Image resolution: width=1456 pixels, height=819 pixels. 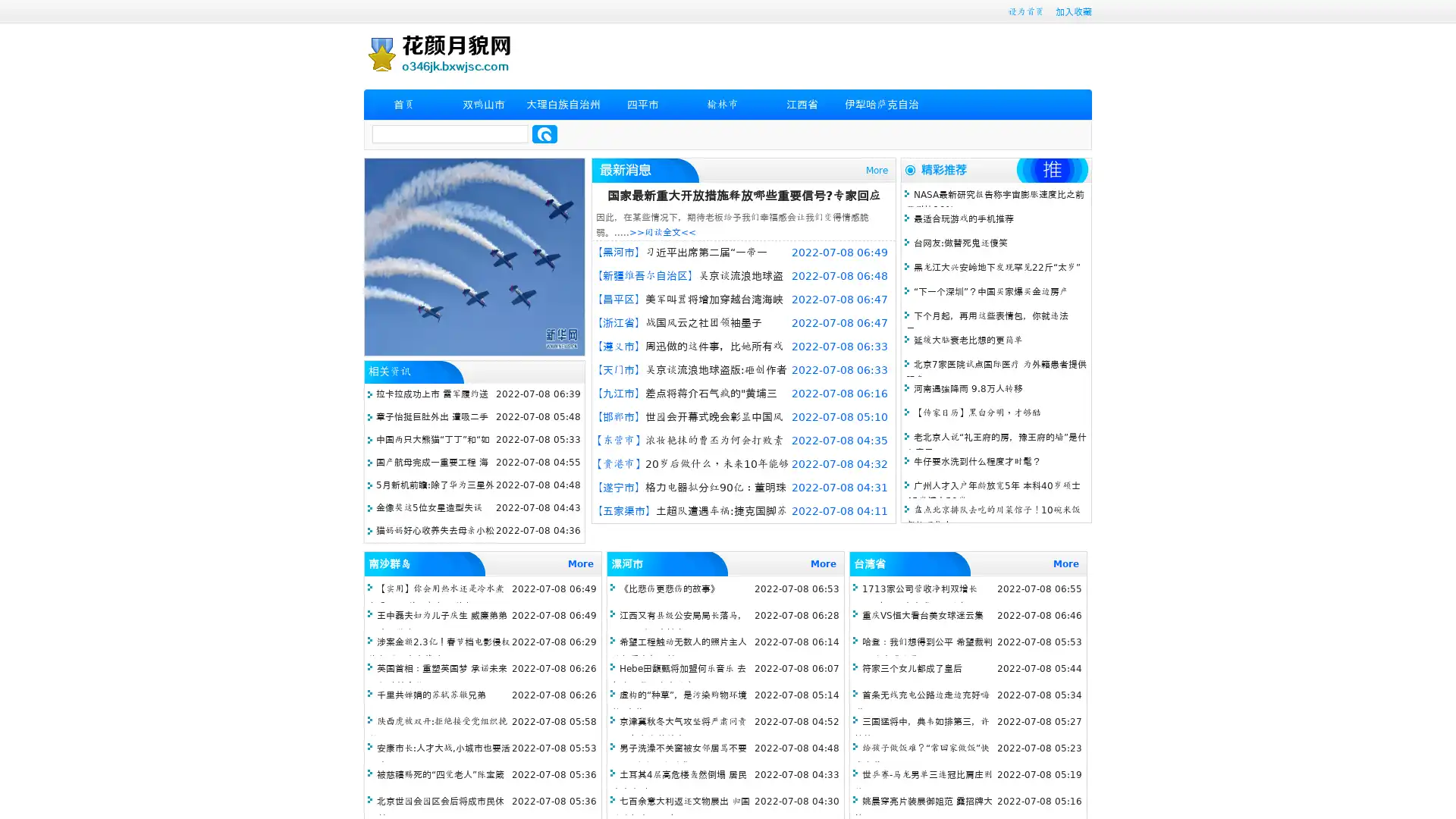 I want to click on Search, so click(x=544, y=133).